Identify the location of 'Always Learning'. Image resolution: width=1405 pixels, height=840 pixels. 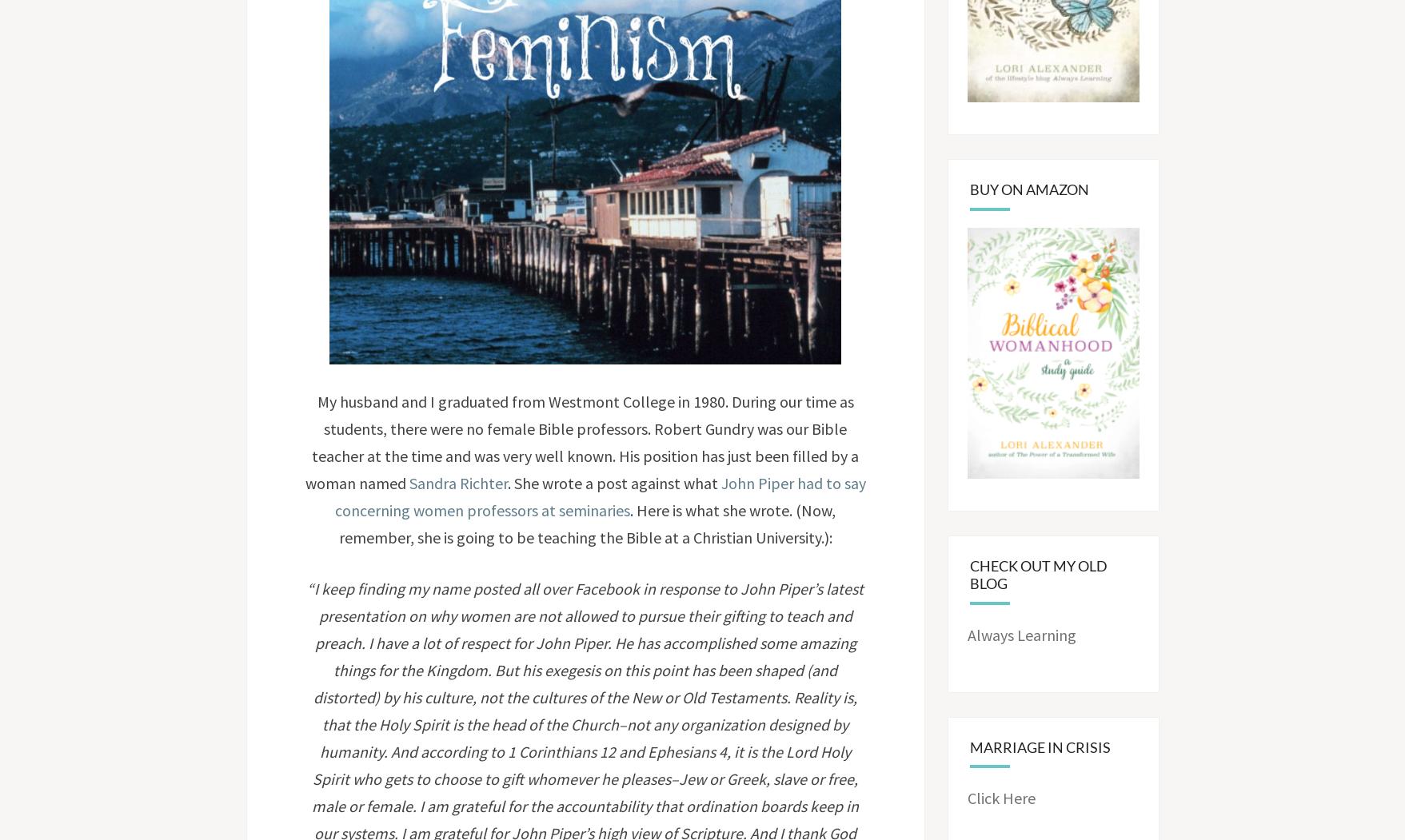
(1022, 633).